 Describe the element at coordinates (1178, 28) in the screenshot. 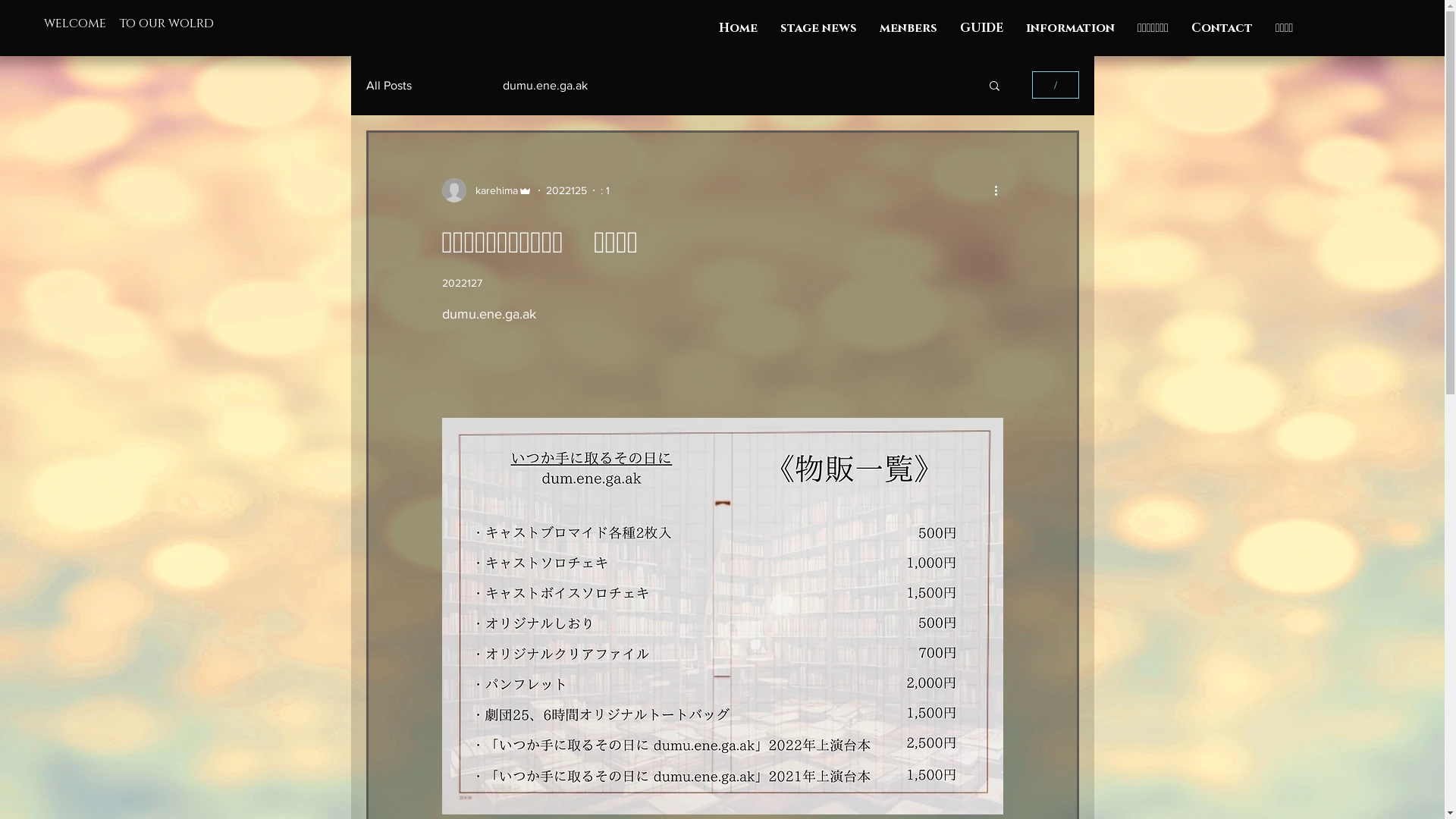

I see `'Contact'` at that location.